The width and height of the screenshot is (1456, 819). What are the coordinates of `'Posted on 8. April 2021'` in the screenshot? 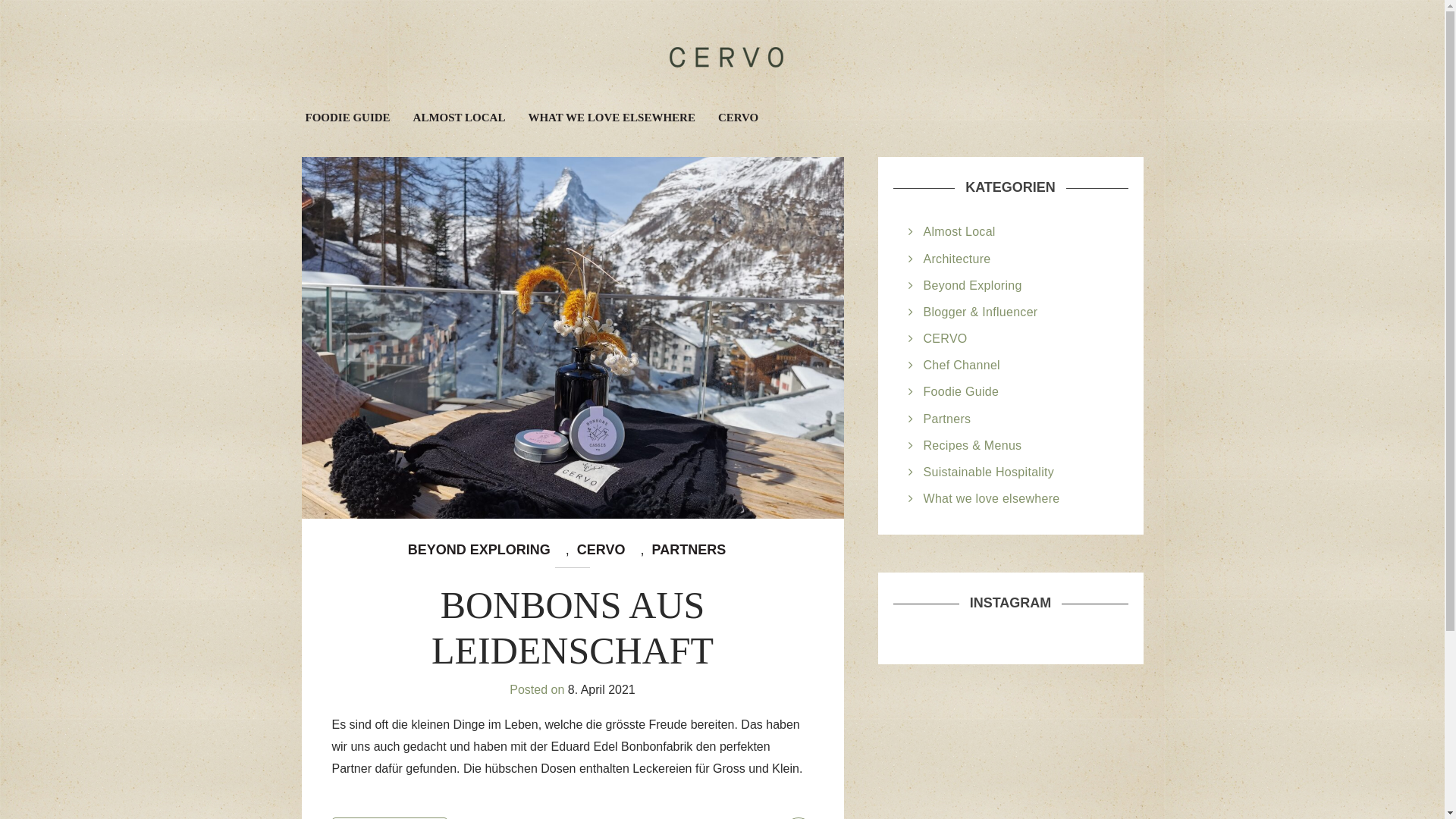 It's located at (510, 689).